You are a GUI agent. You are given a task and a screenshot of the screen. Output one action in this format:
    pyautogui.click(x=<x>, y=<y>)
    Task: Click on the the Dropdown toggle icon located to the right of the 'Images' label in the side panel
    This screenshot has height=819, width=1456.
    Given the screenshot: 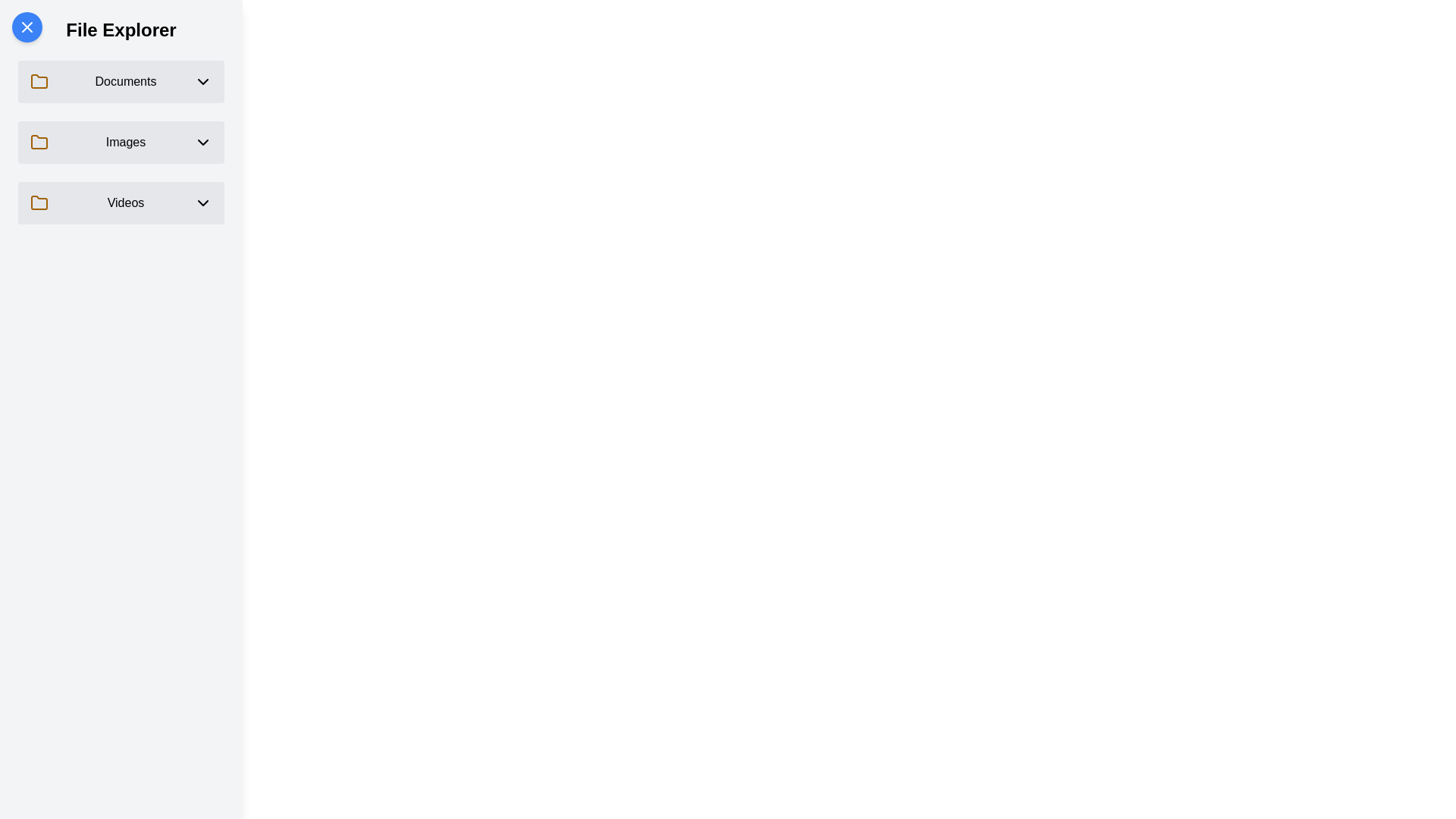 What is the action you would take?
    pyautogui.click(x=202, y=143)
    